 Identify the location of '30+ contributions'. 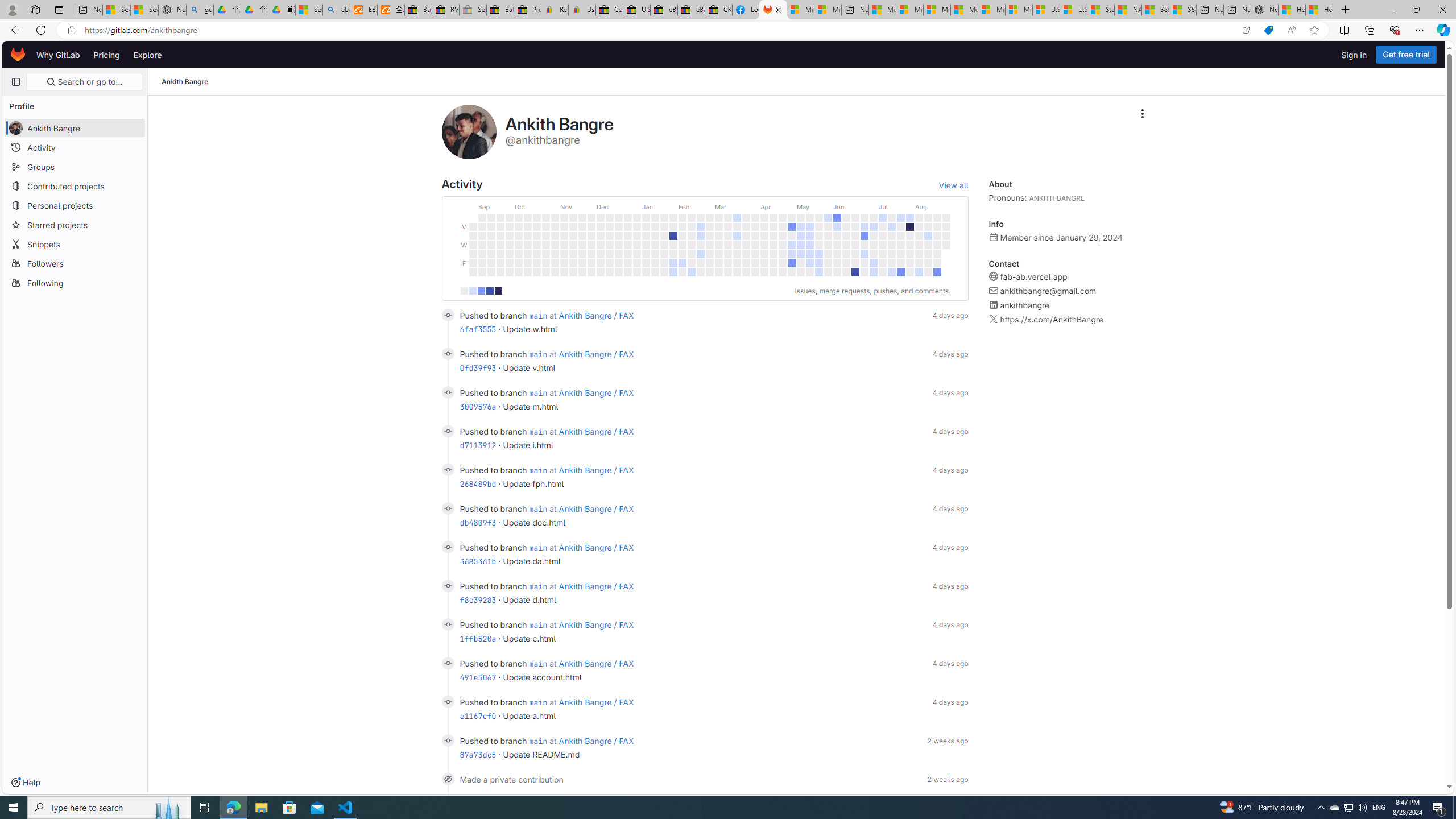
(498, 290).